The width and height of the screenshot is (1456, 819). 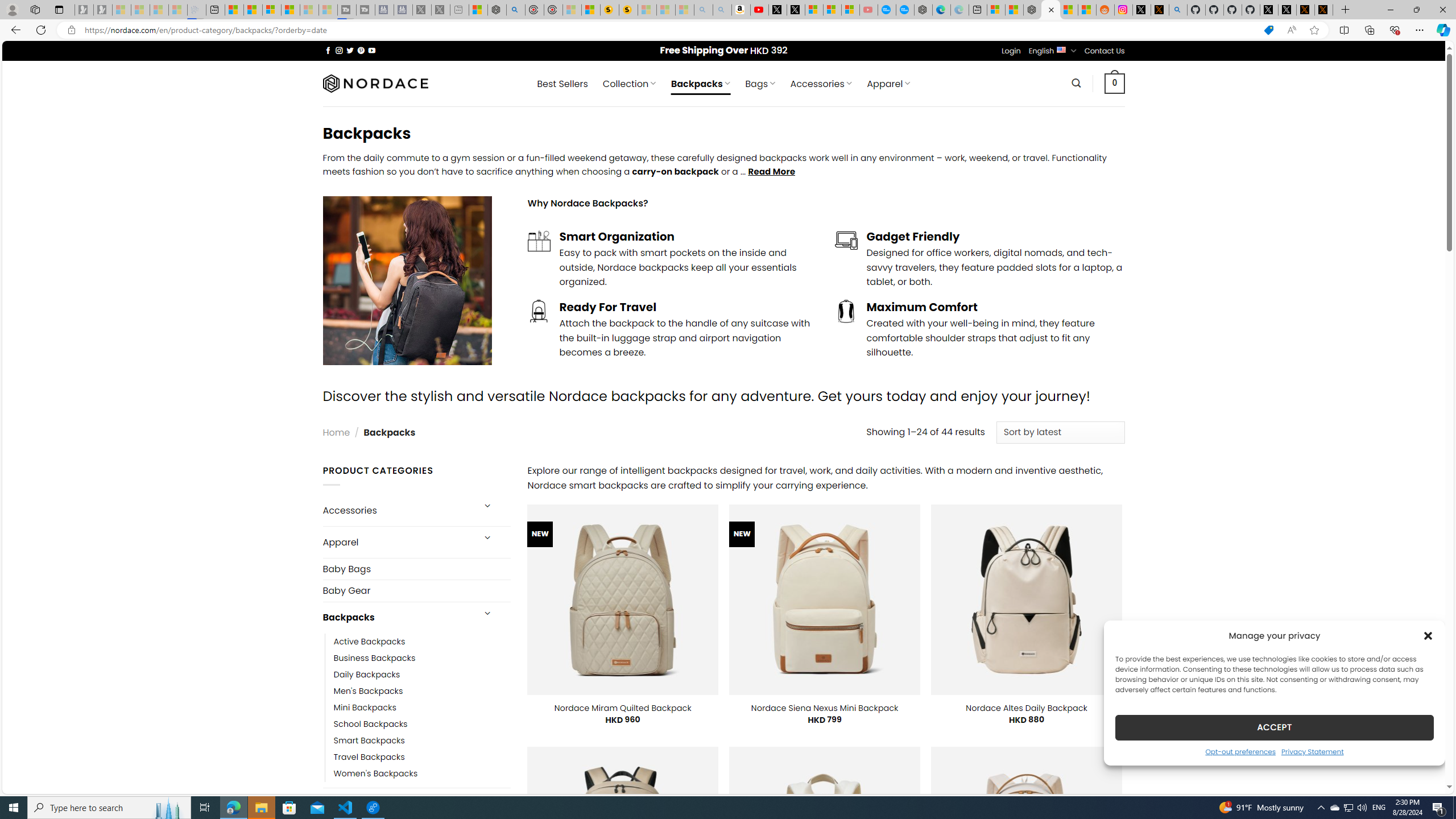 I want to click on 'Smart Backpacks', so click(x=421, y=741).